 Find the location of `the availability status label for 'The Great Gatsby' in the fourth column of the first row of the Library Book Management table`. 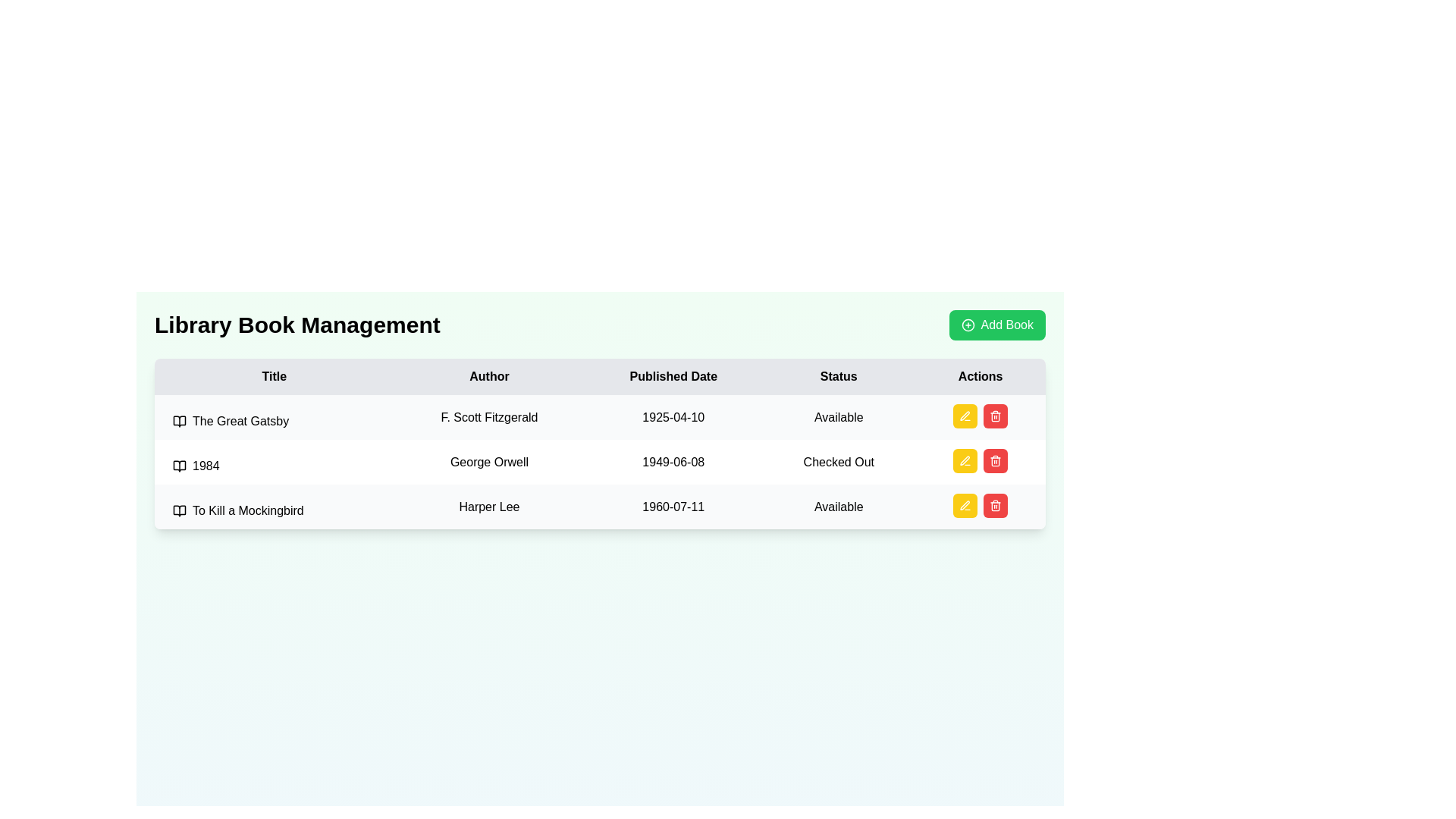

the availability status label for 'The Great Gatsby' in the fourth column of the first row of the Library Book Management table is located at coordinates (838, 417).